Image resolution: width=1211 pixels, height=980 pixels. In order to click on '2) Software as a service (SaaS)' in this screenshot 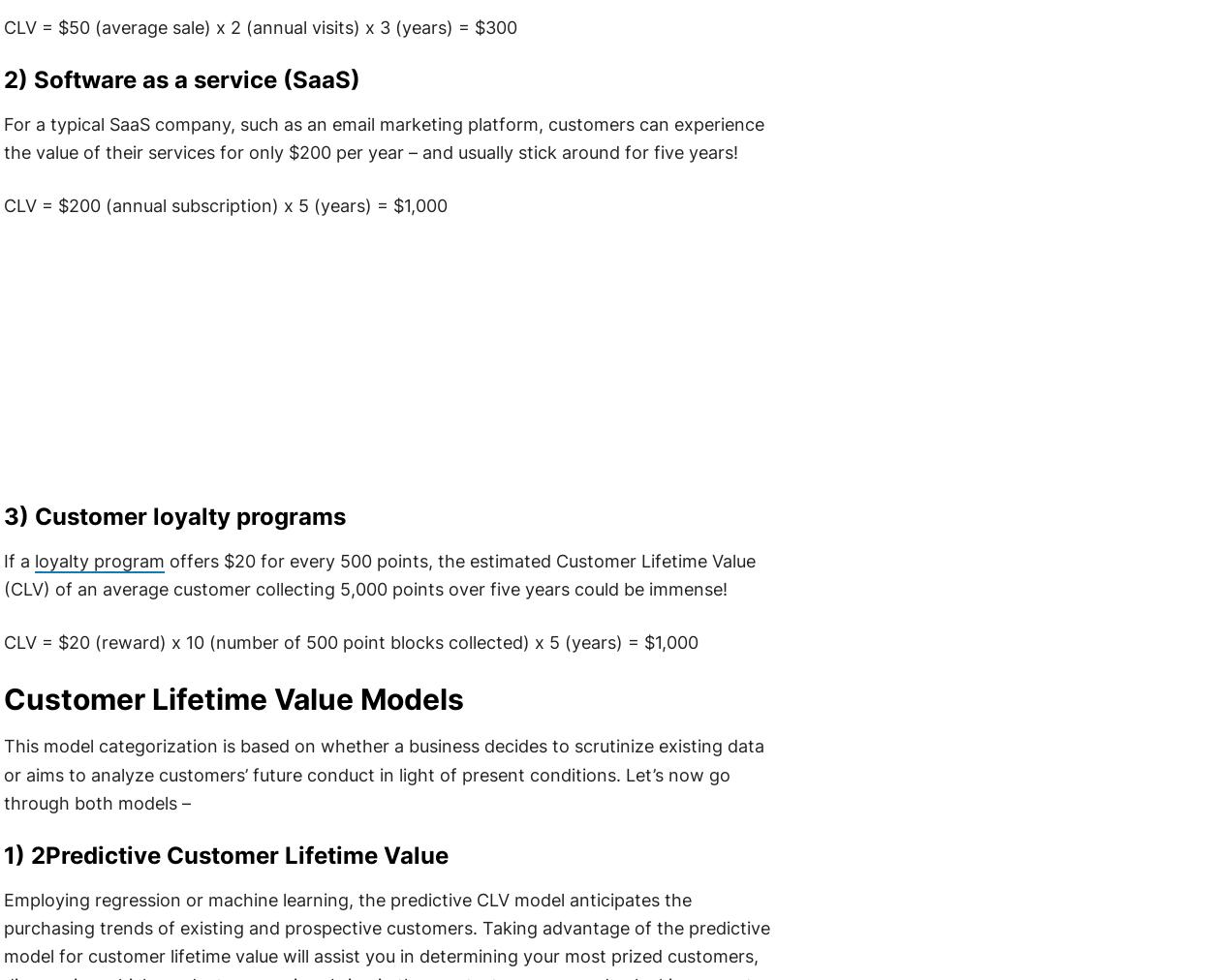, I will do `click(181, 78)`.